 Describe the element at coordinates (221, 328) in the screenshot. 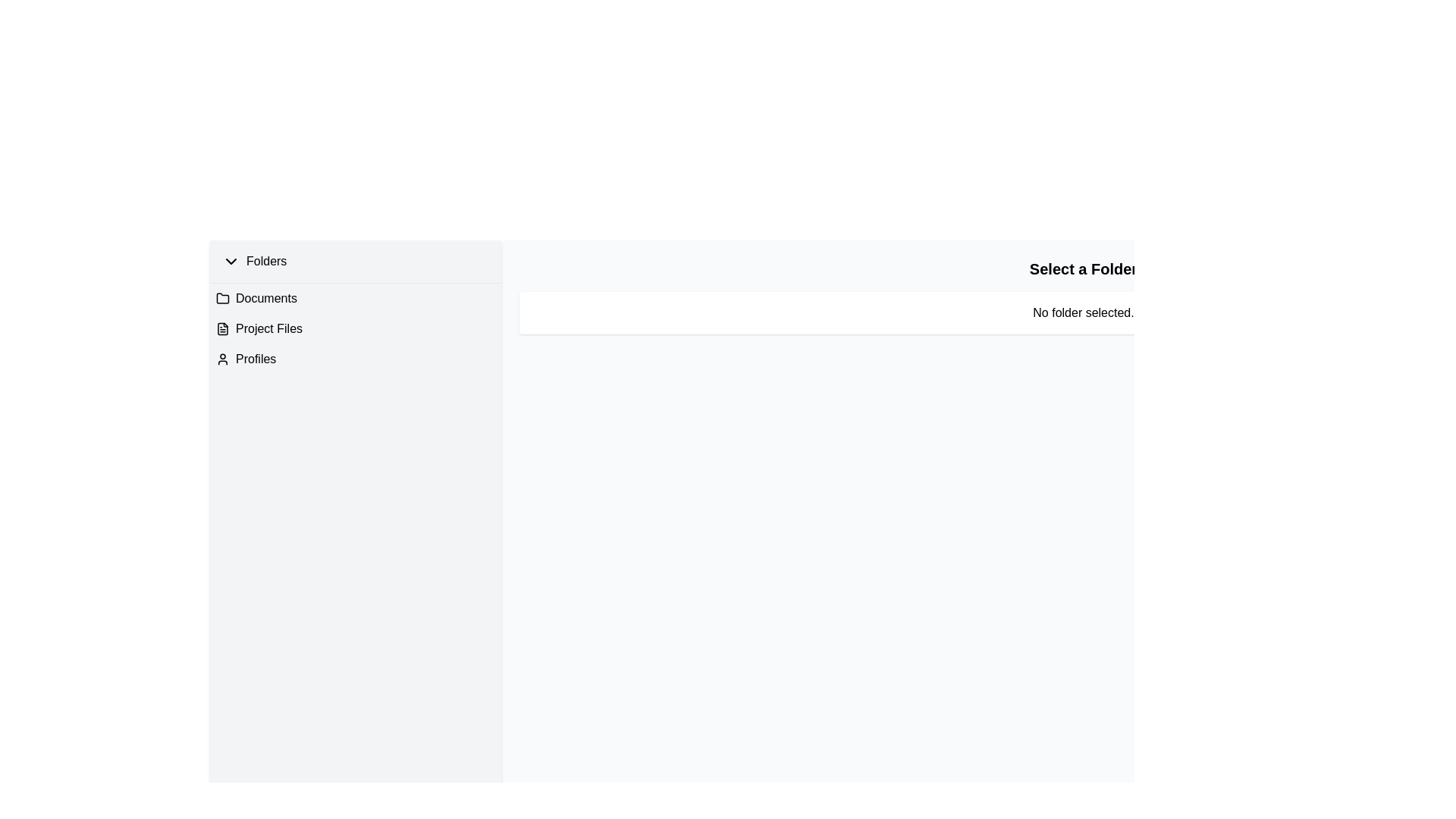

I see `the document icon in the vertical navigation menu, which is the second icon under the 'Folders' section` at that location.